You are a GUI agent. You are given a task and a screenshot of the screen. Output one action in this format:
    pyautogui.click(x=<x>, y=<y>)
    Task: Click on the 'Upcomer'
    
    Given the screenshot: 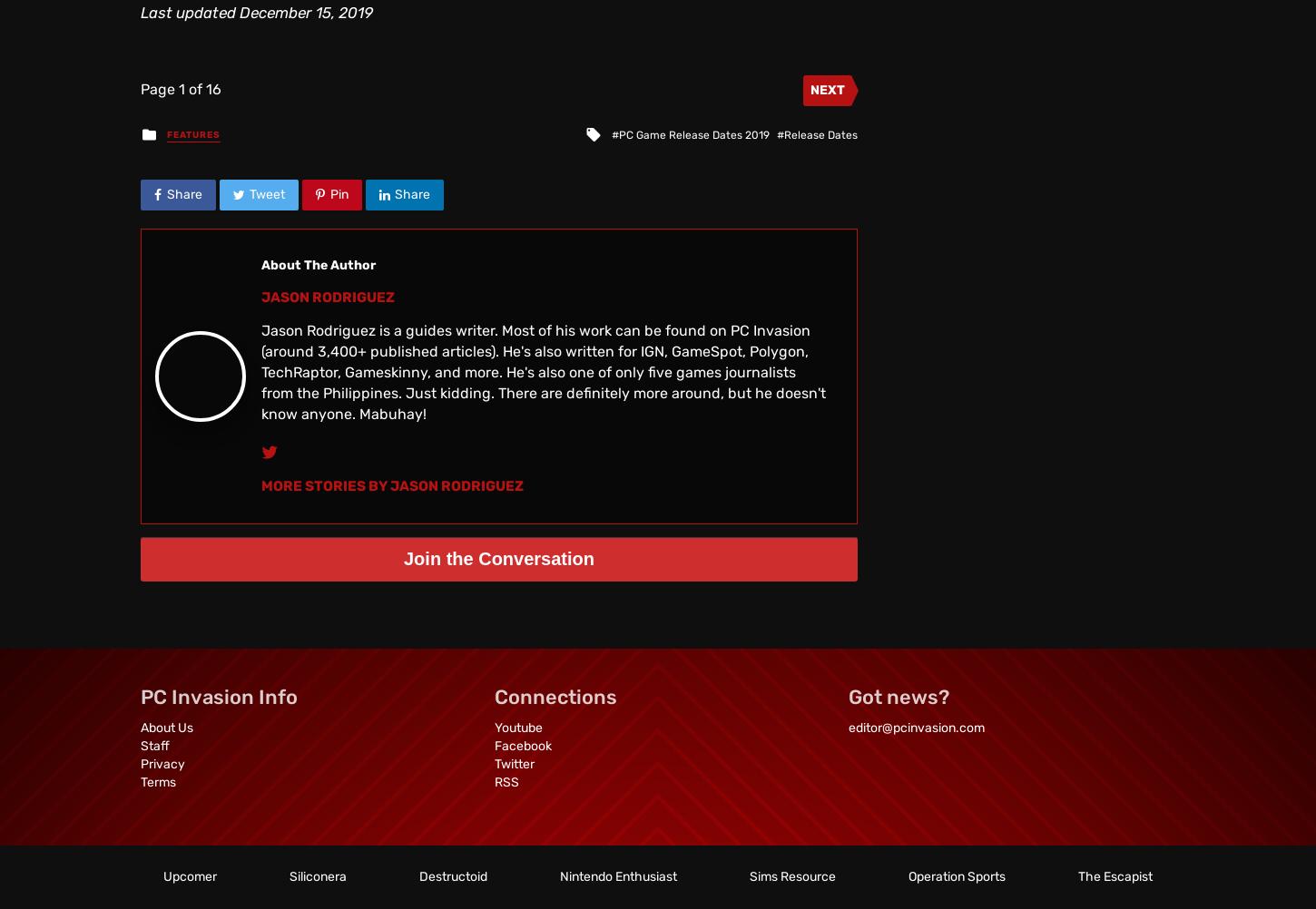 What is the action you would take?
    pyautogui.click(x=189, y=875)
    